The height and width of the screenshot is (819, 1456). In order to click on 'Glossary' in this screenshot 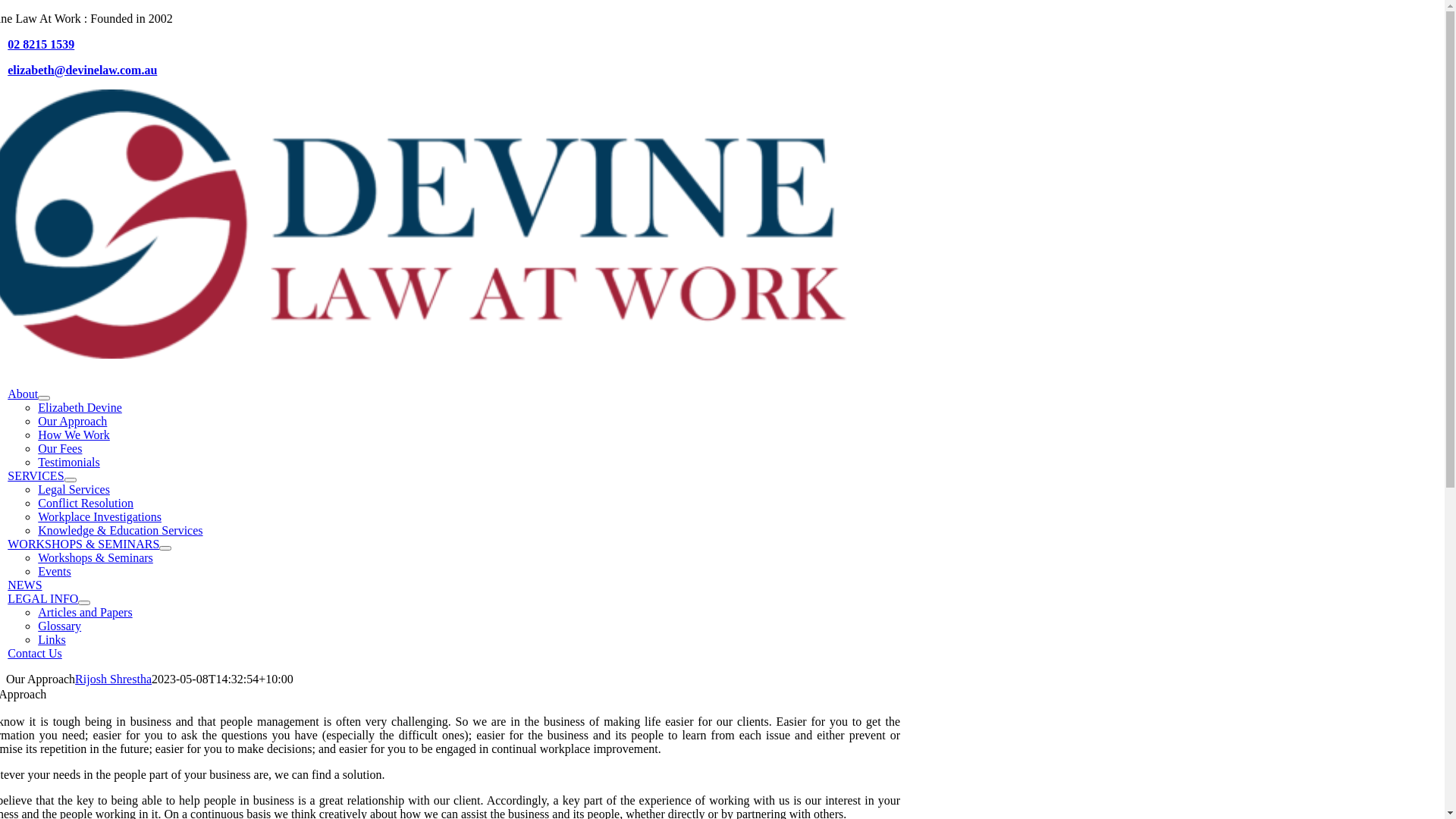, I will do `click(59, 626)`.